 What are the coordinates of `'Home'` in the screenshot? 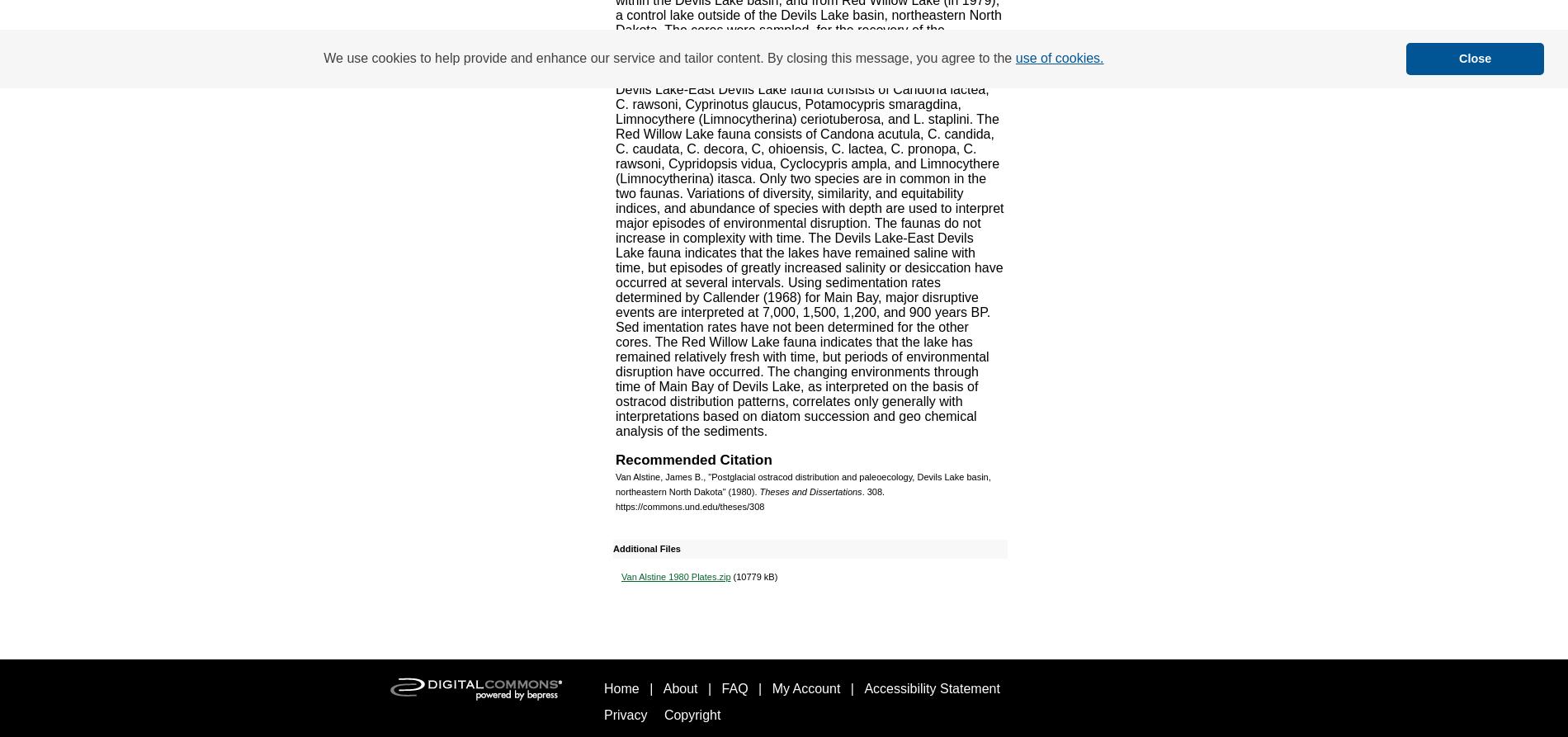 It's located at (620, 687).